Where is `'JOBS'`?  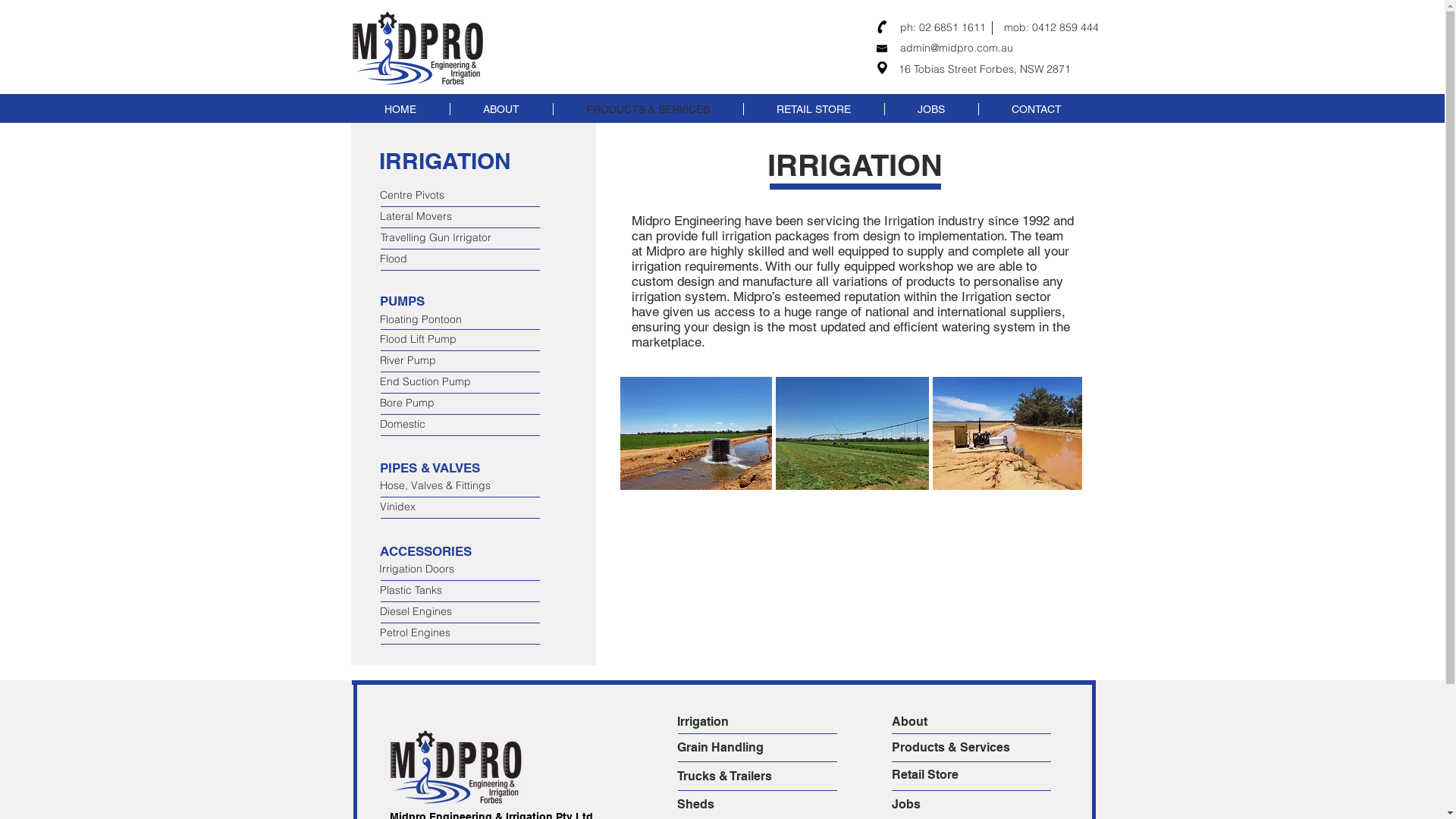 'JOBS' is located at coordinates (884, 108).